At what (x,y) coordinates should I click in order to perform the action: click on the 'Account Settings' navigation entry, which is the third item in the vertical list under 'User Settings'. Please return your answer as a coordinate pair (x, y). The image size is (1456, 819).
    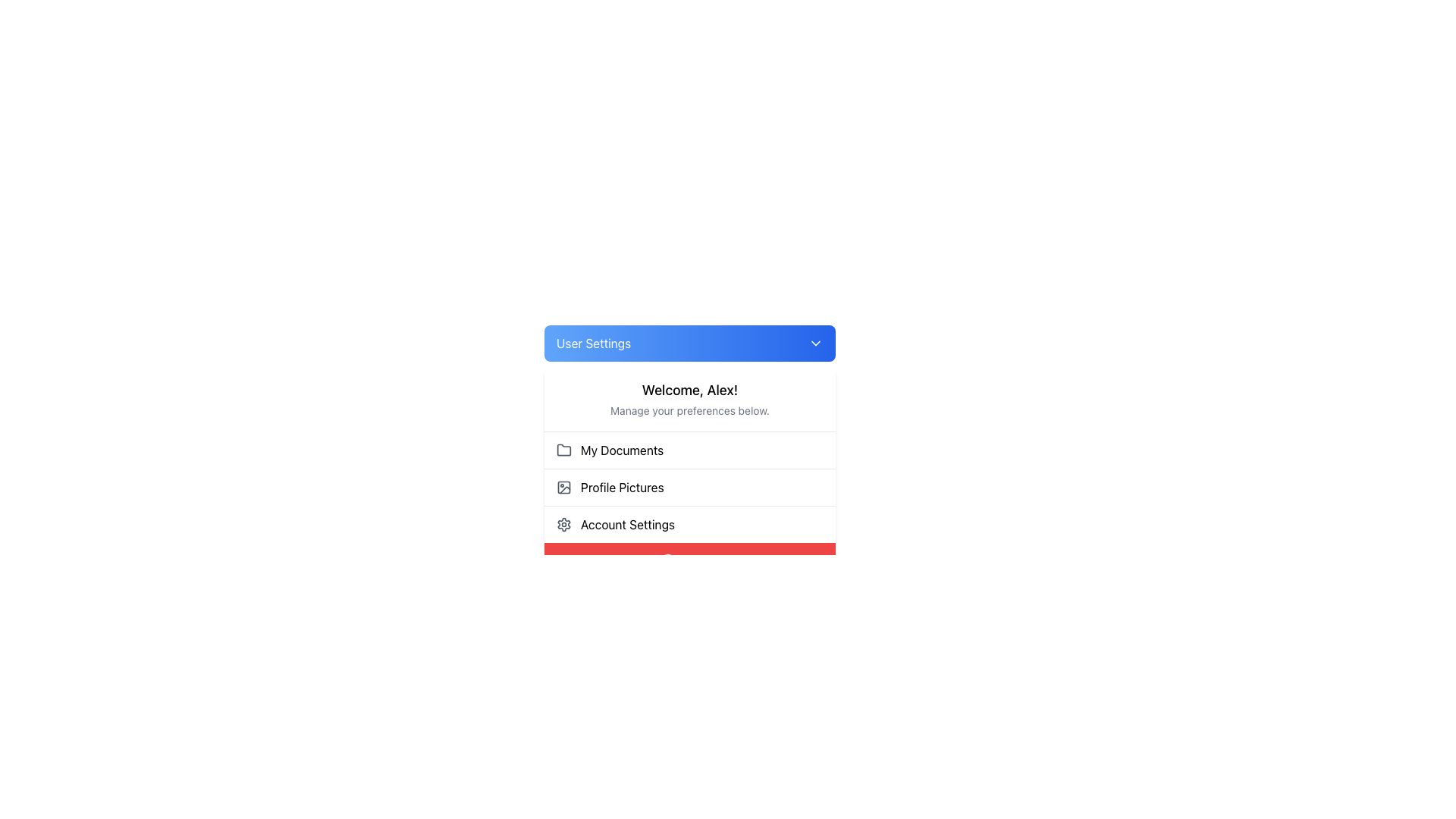
    Looking at the image, I should click on (689, 523).